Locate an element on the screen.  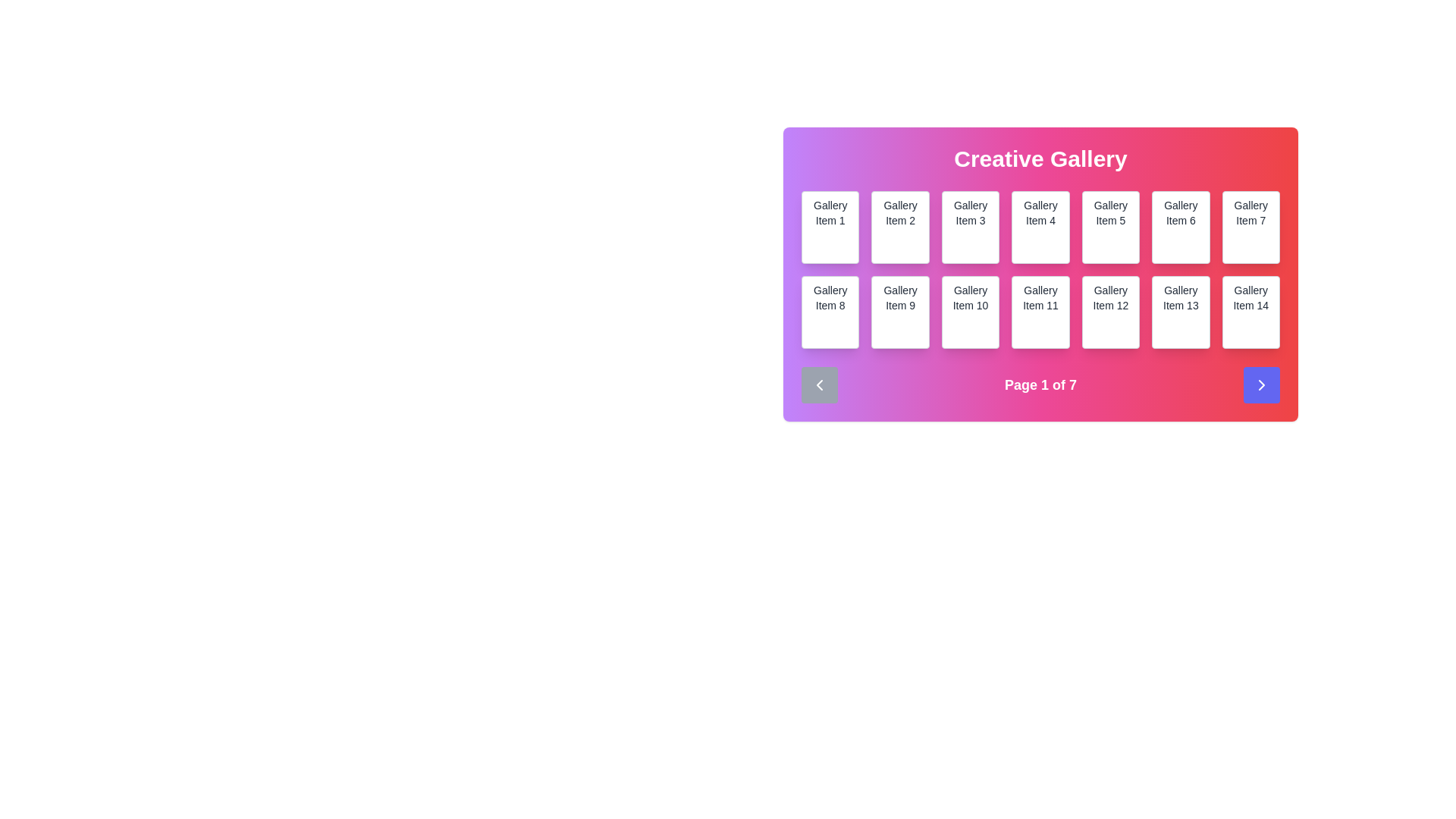
the button located in the bottom-right corner of the pagination interface is located at coordinates (1262, 384).